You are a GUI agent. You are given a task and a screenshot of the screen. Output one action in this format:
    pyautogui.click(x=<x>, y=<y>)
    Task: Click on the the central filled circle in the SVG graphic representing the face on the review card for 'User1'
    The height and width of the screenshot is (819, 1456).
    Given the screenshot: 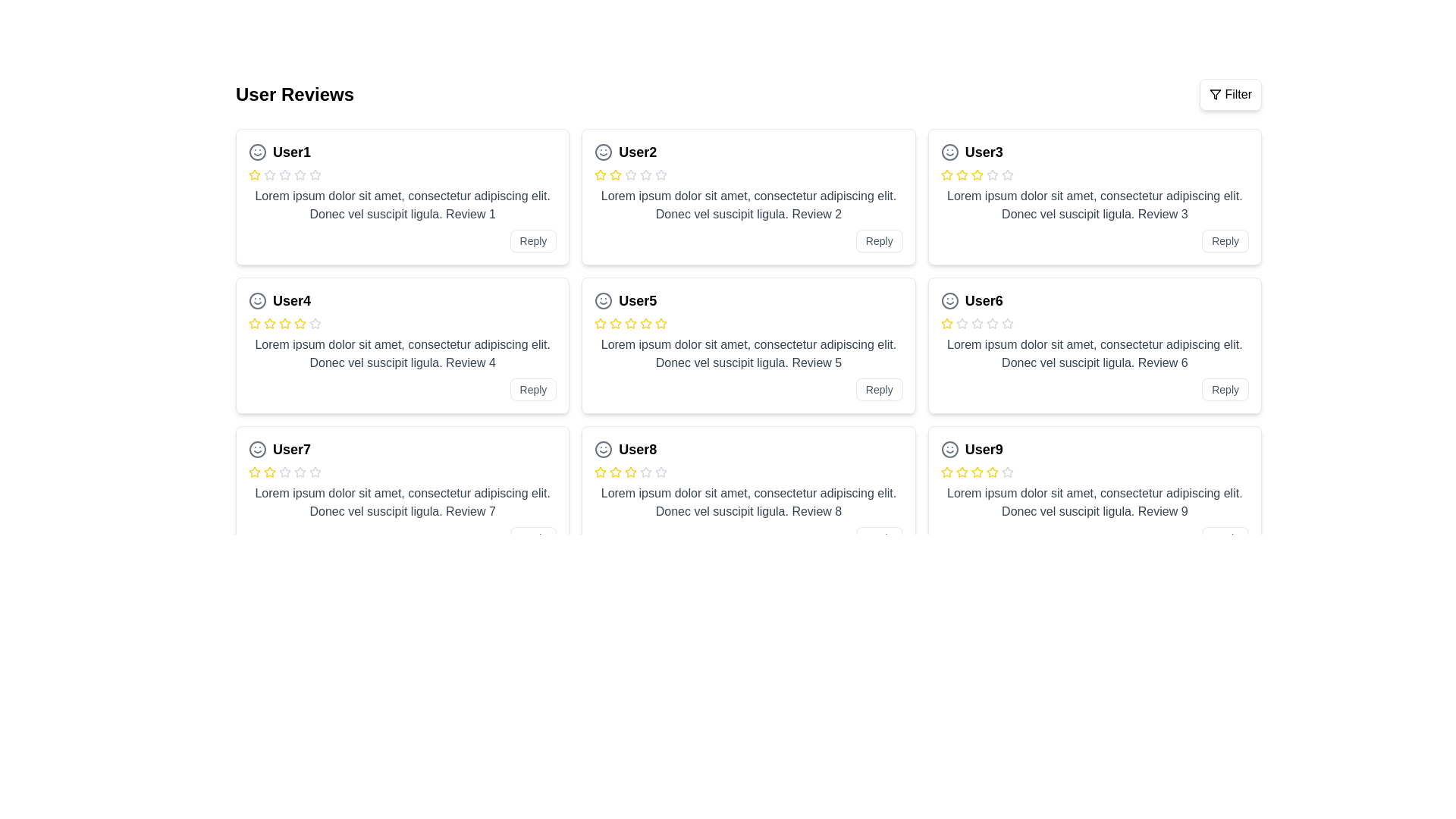 What is the action you would take?
    pyautogui.click(x=258, y=152)
    